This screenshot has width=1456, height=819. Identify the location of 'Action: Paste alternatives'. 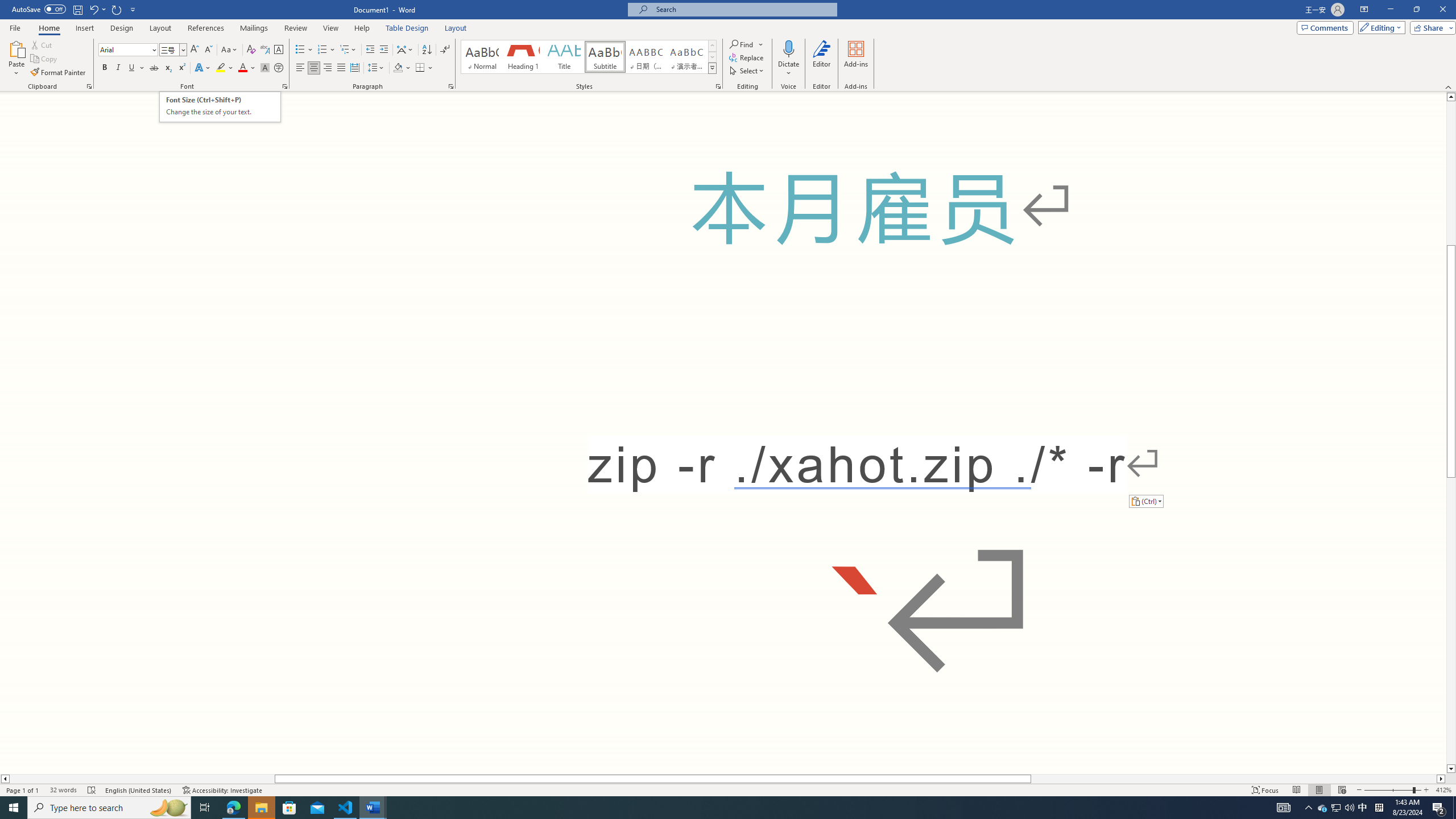
(1145, 500).